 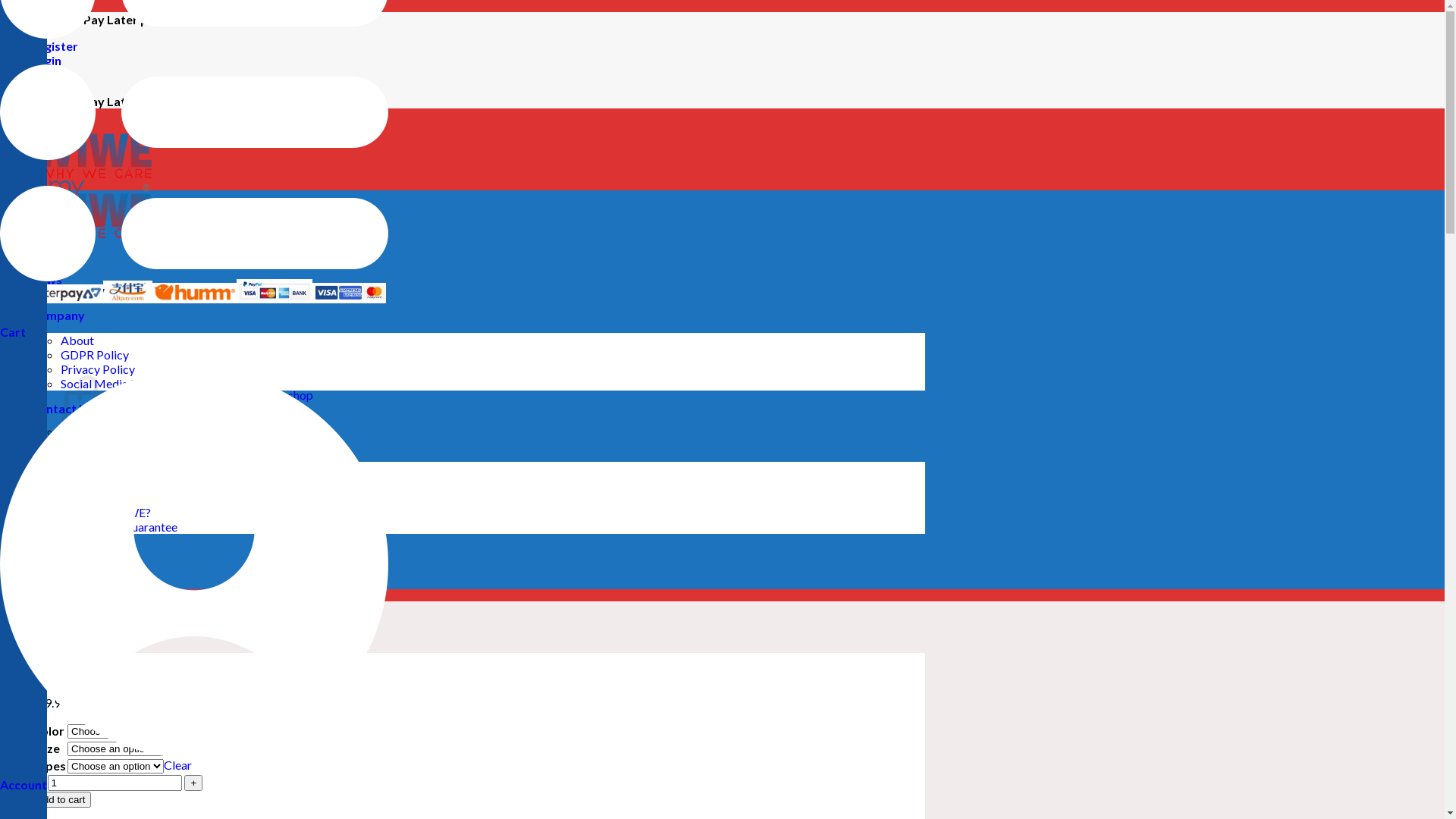 What do you see at coordinates (75, 202) in the screenshot?
I see `'WIWE Shop - why we care'` at bounding box center [75, 202].